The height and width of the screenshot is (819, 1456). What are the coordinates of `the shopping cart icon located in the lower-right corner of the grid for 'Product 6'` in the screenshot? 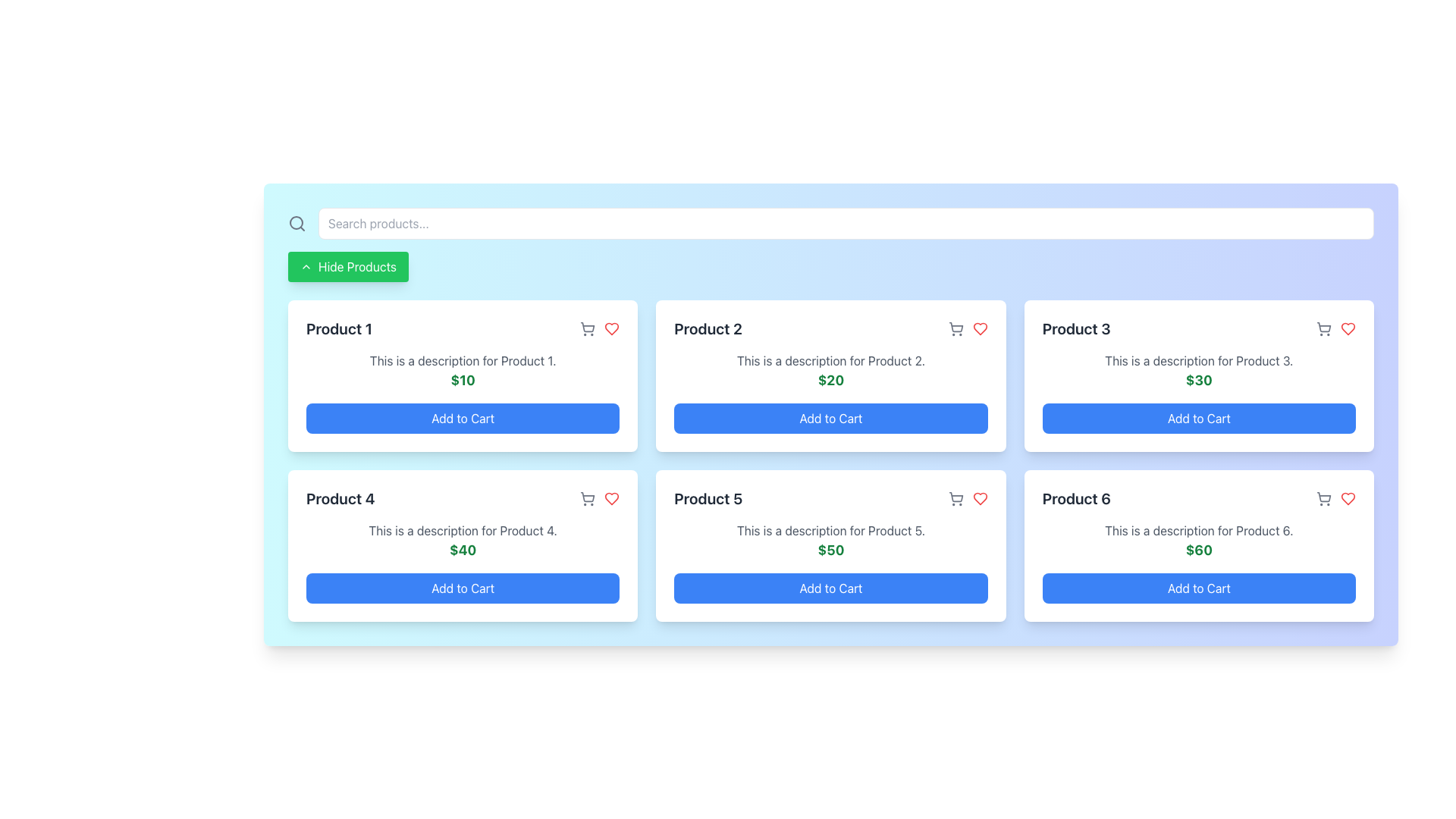 It's located at (1323, 499).